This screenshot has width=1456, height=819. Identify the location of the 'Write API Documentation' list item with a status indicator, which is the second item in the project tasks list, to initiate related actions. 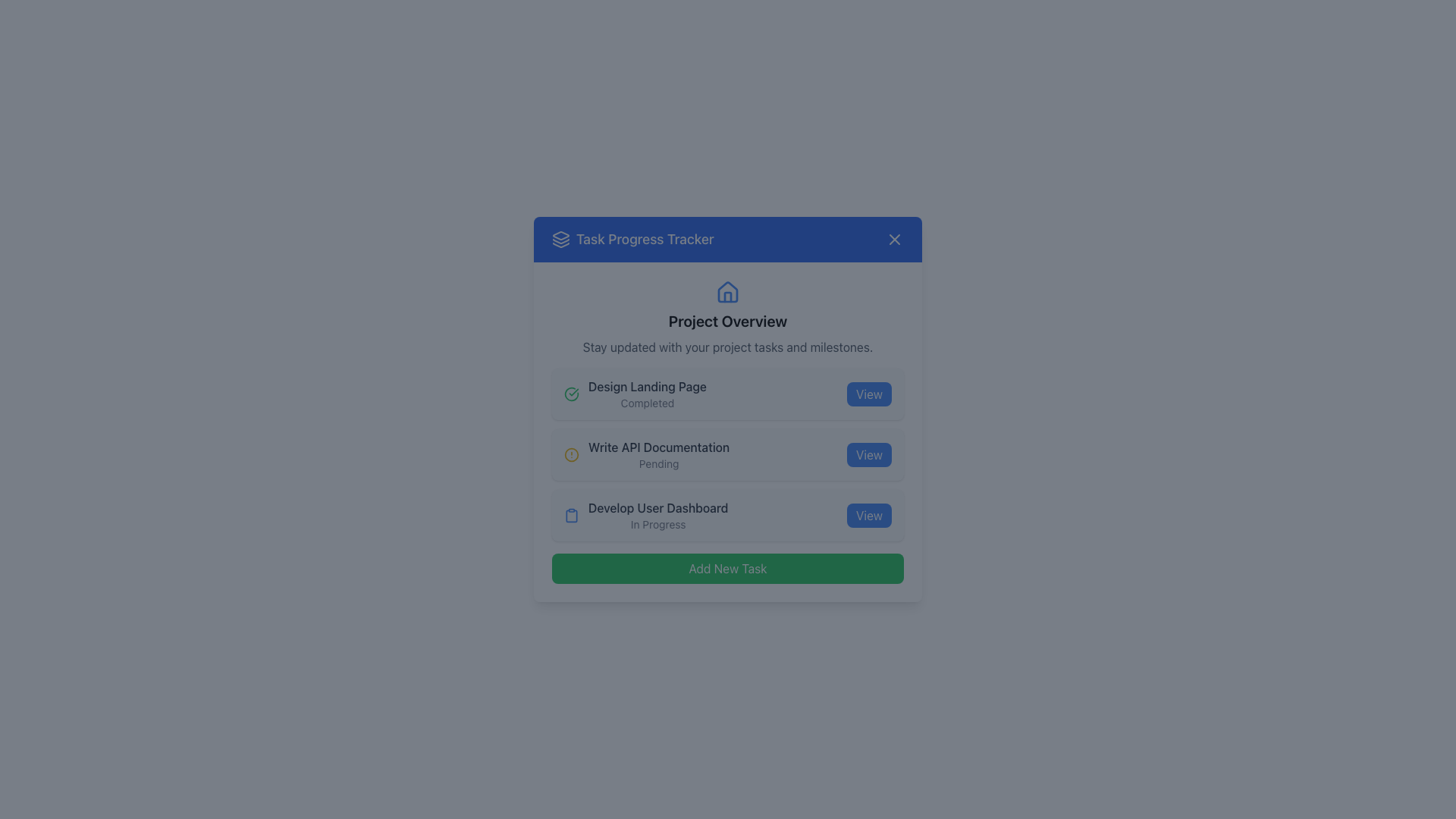
(659, 454).